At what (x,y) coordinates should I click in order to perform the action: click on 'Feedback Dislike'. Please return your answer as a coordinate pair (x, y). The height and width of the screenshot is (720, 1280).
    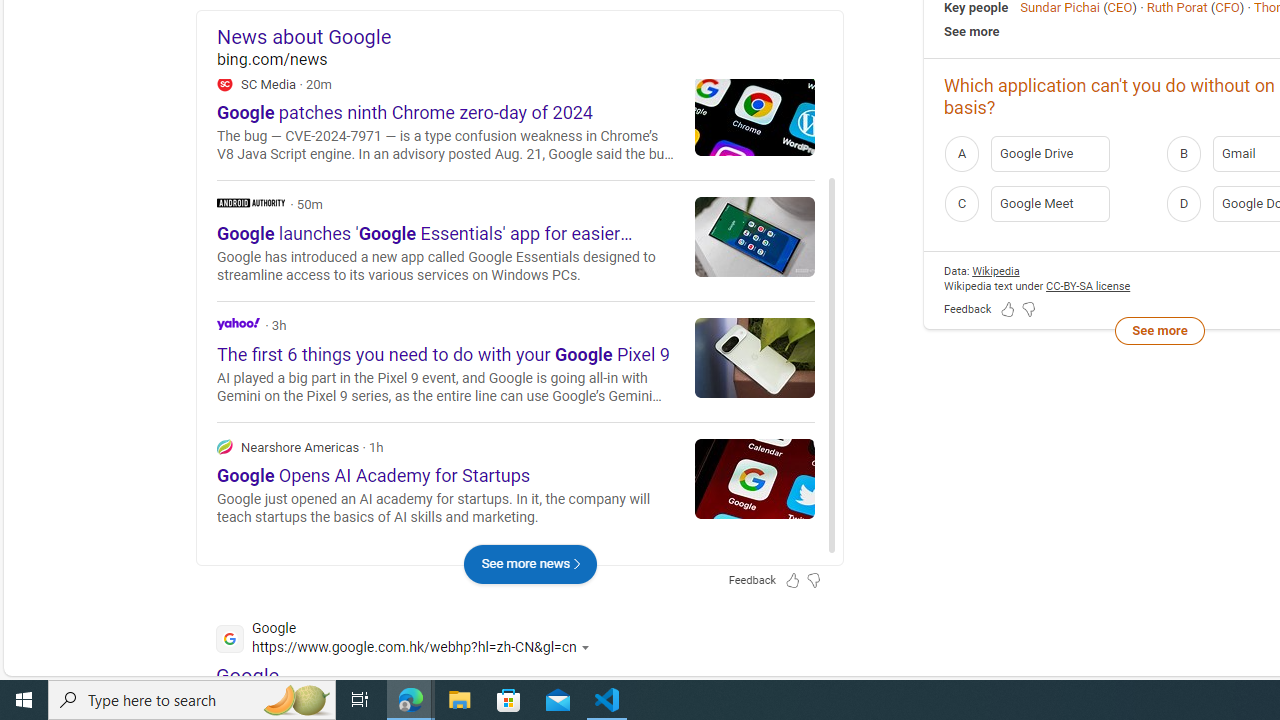
    Looking at the image, I should click on (1029, 309).